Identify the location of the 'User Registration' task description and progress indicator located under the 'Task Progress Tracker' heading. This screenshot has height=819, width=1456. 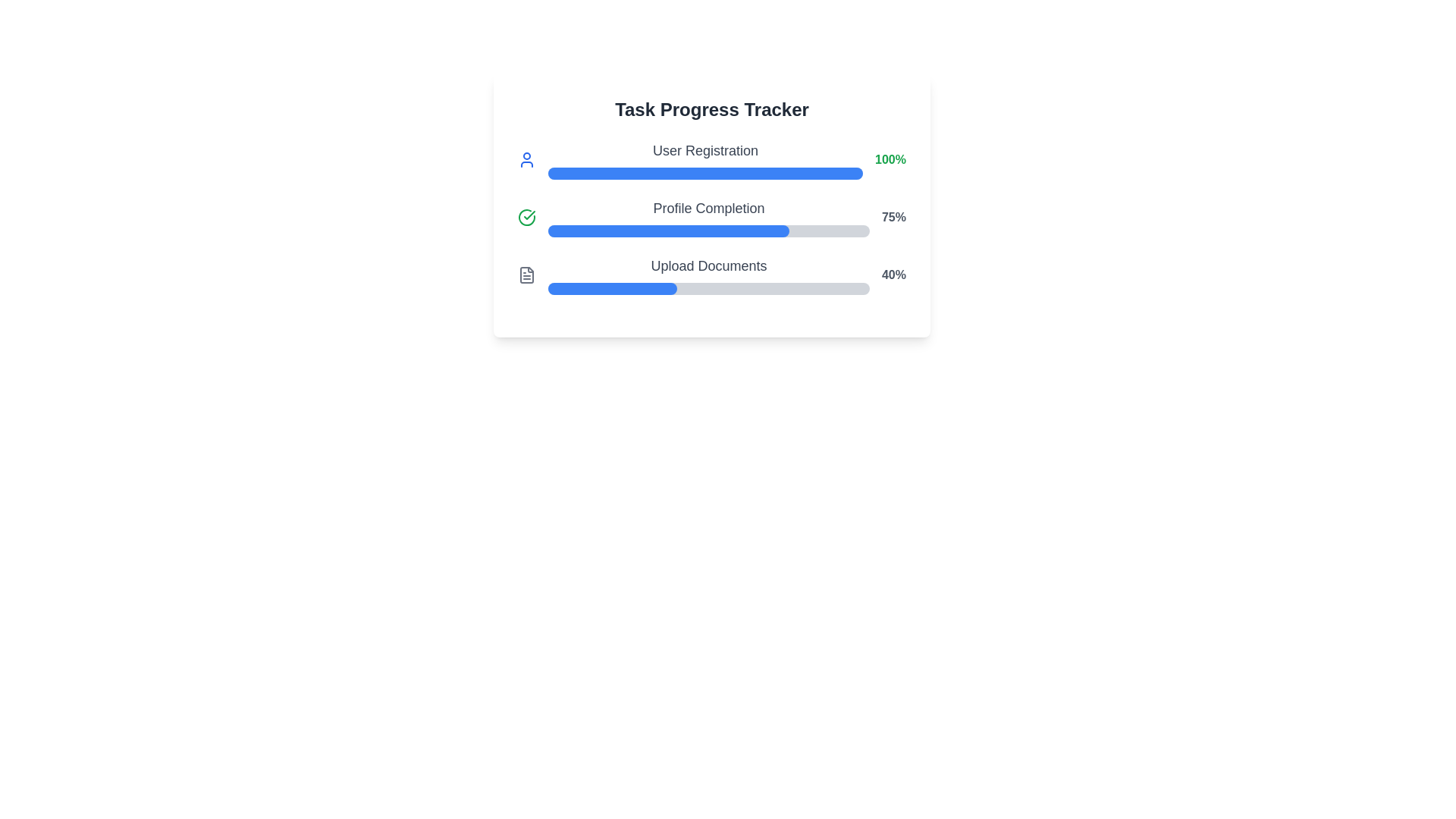
(704, 160).